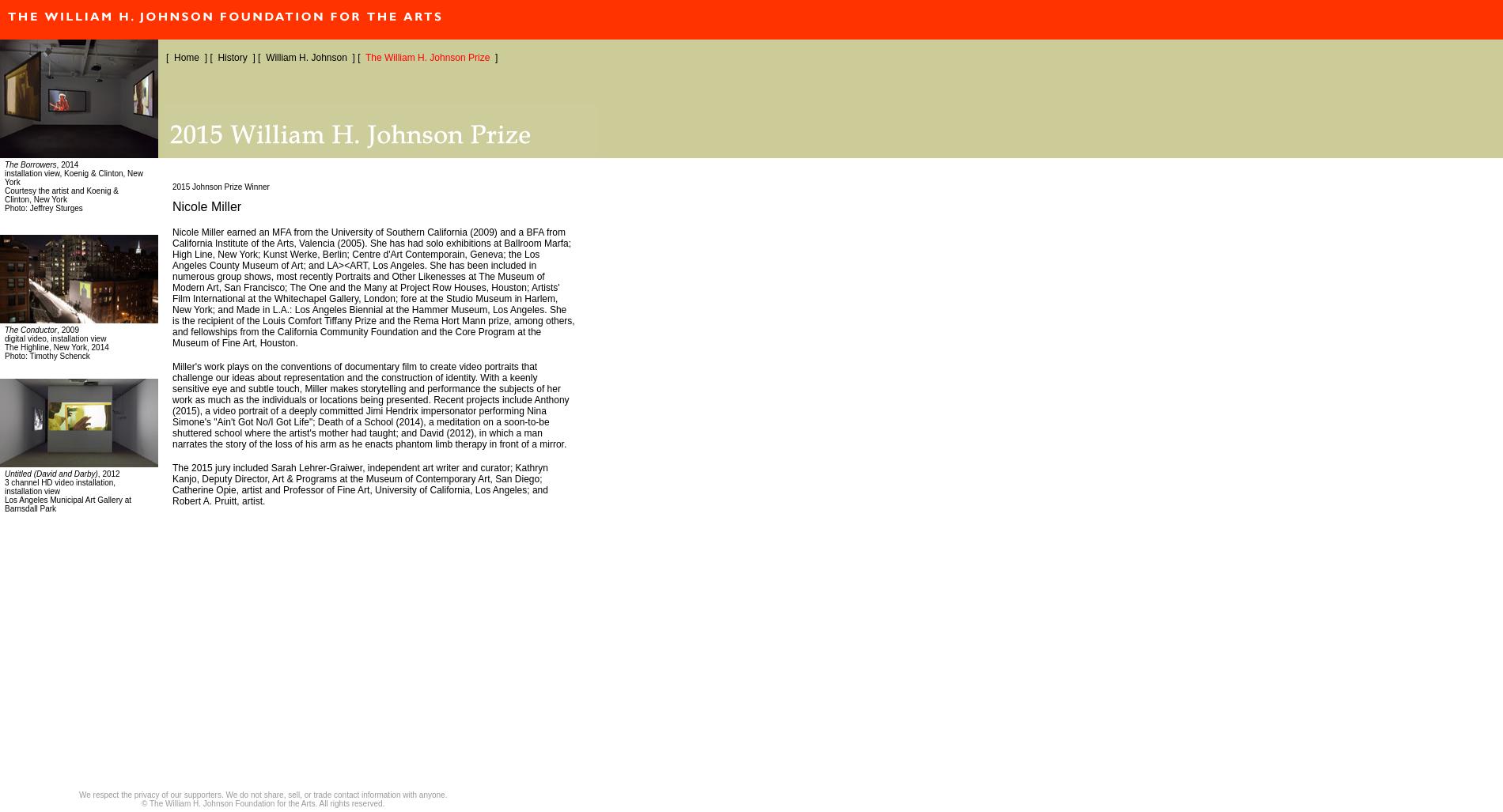 This screenshot has height=812, width=1503. I want to click on '<', so click(13, 16).